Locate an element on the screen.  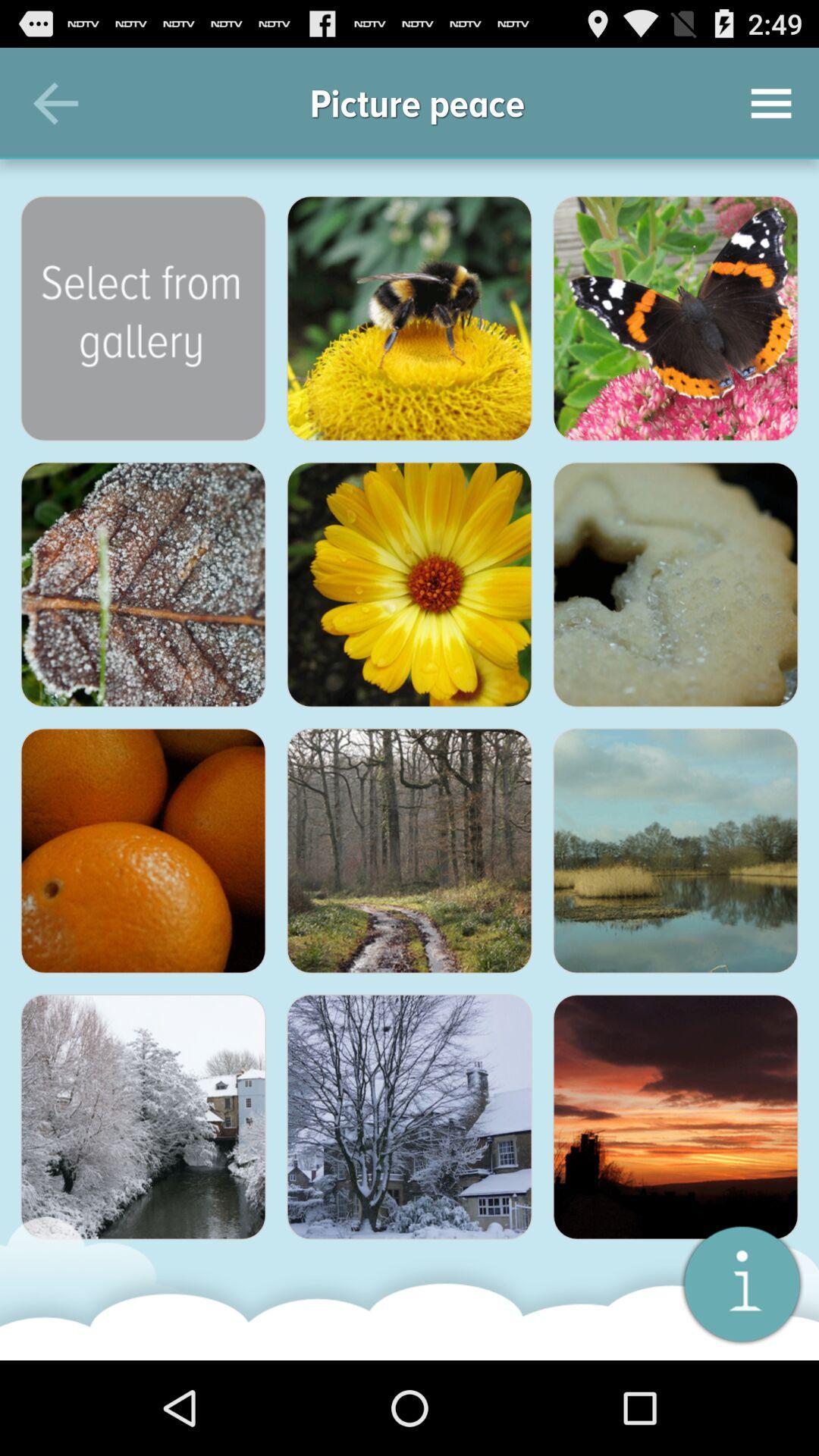
floresta is located at coordinates (409, 851).